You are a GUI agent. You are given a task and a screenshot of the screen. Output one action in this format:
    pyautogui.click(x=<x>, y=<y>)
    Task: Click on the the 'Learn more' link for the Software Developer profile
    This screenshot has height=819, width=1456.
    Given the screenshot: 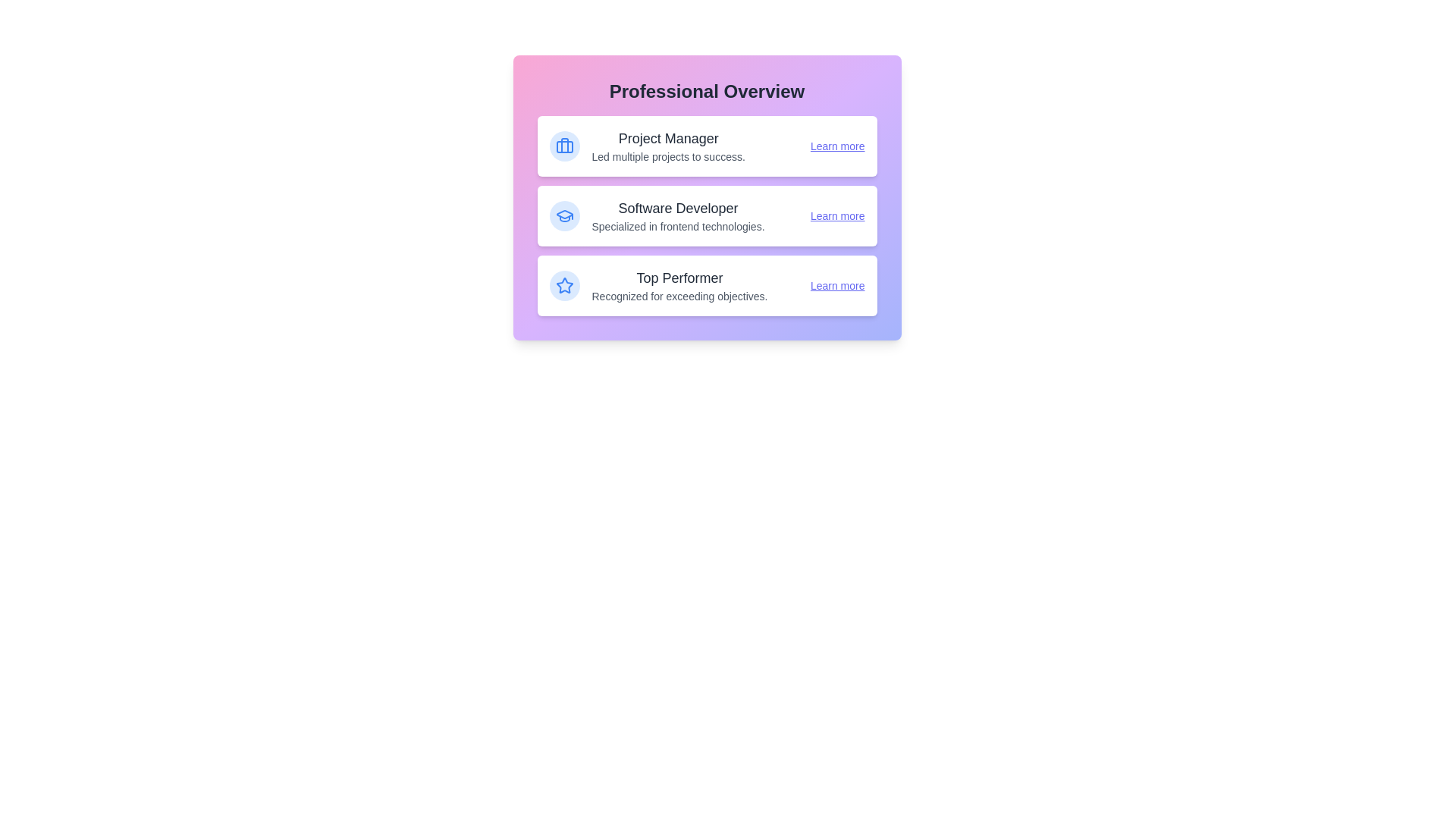 What is the action you would take?
    pyautogui.click(x=836, y=216)
    